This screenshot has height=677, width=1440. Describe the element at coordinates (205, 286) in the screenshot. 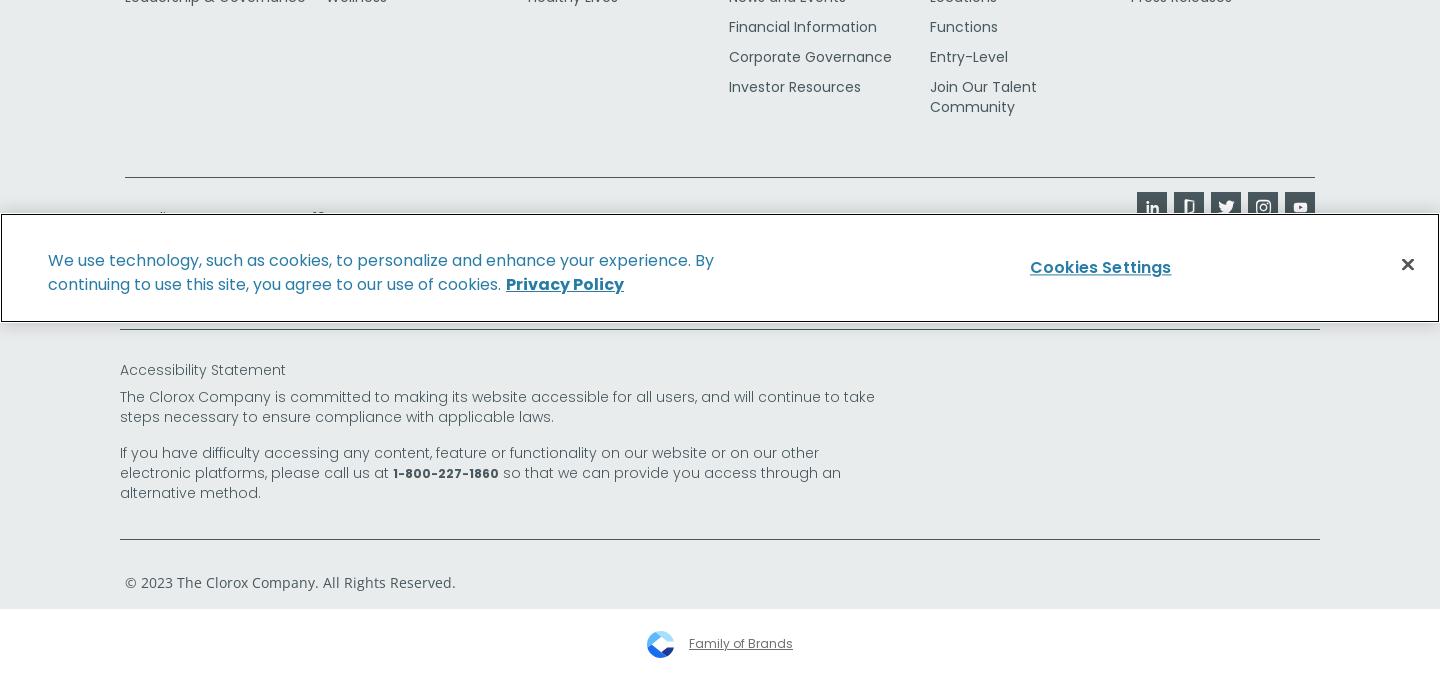

I see `'Terms (Recently Updated)'` at that location.